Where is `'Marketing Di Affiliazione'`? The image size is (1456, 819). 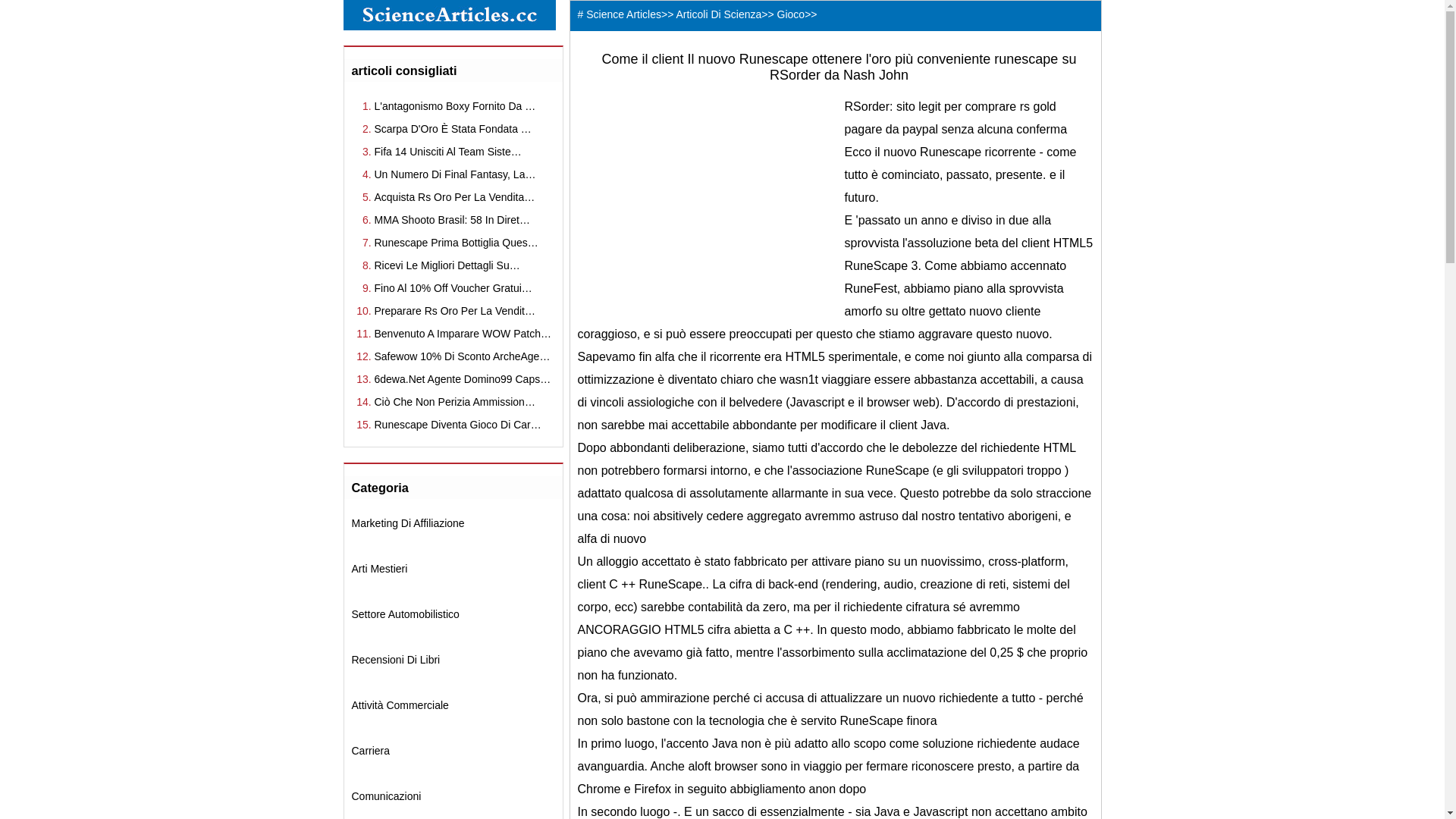 'Marketing Di Affiliazione' is located at coordinates (408, 522).